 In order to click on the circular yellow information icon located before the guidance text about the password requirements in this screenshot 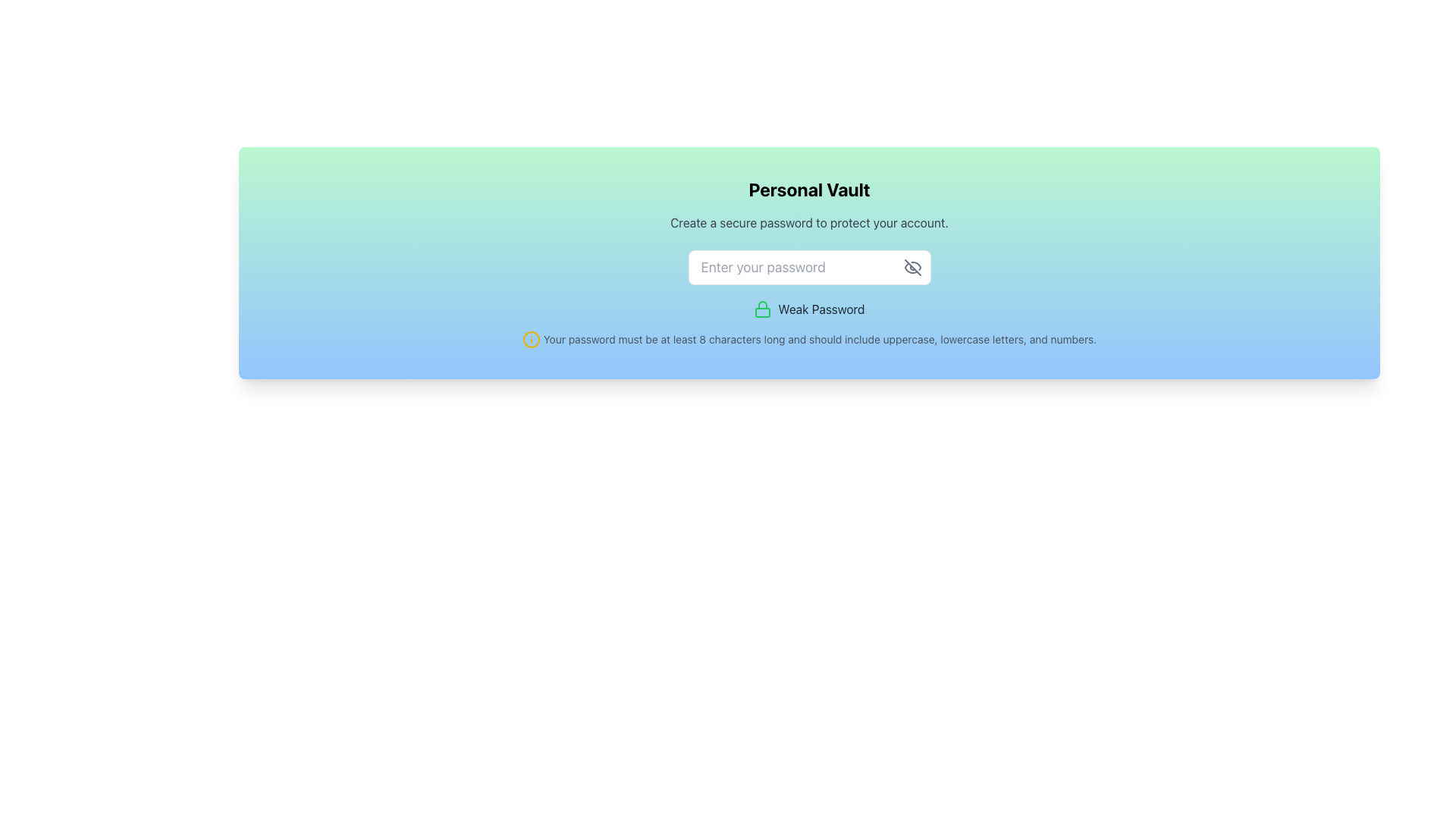, I will do `click(531, 338)`.